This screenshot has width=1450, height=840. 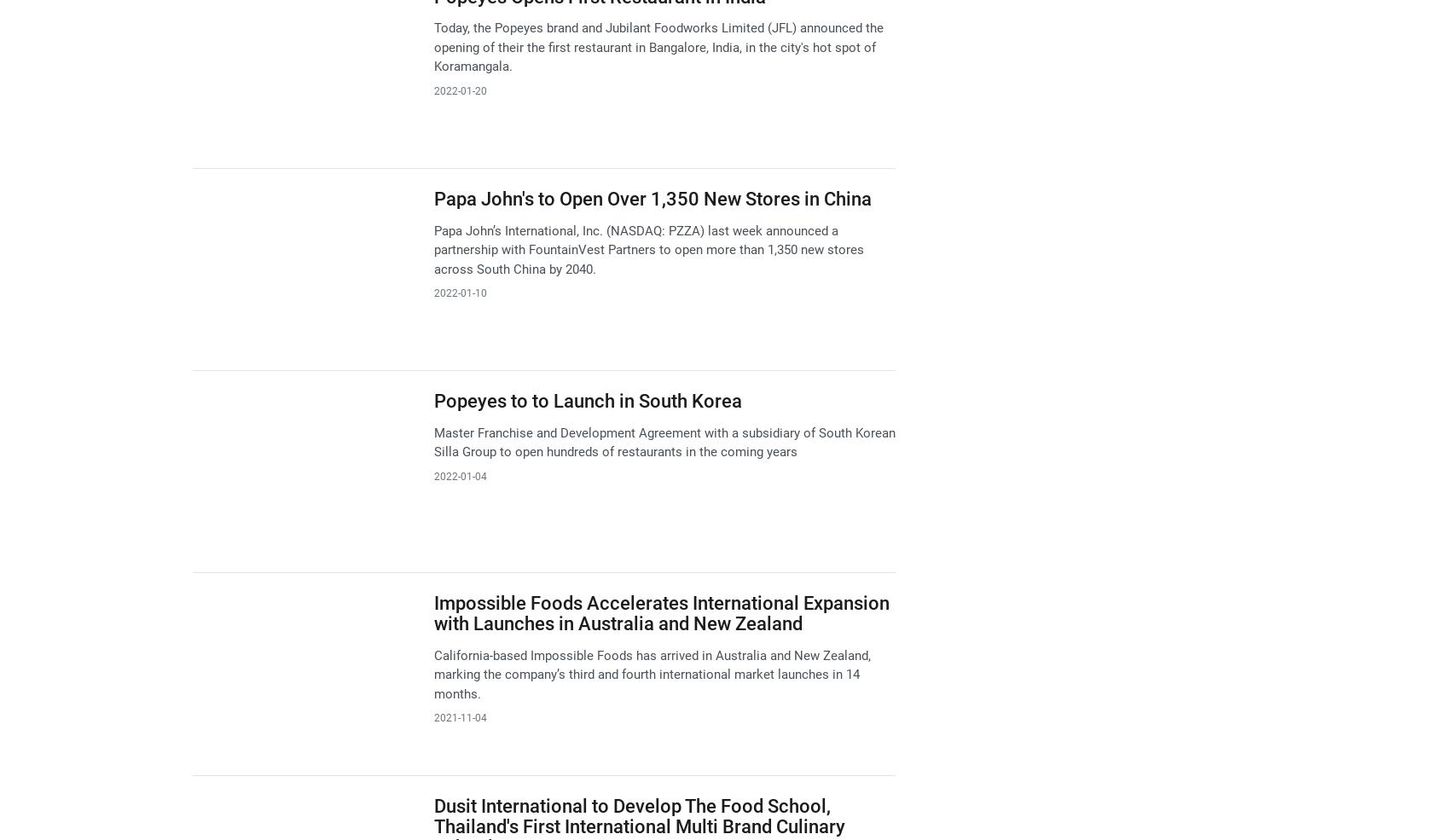 I want to click on 'California-based Impossible Foods has arrived in Australia and New Zealand, marking the company’s third and fourth international market launches in 14 months.', so click(x=650, y=673).